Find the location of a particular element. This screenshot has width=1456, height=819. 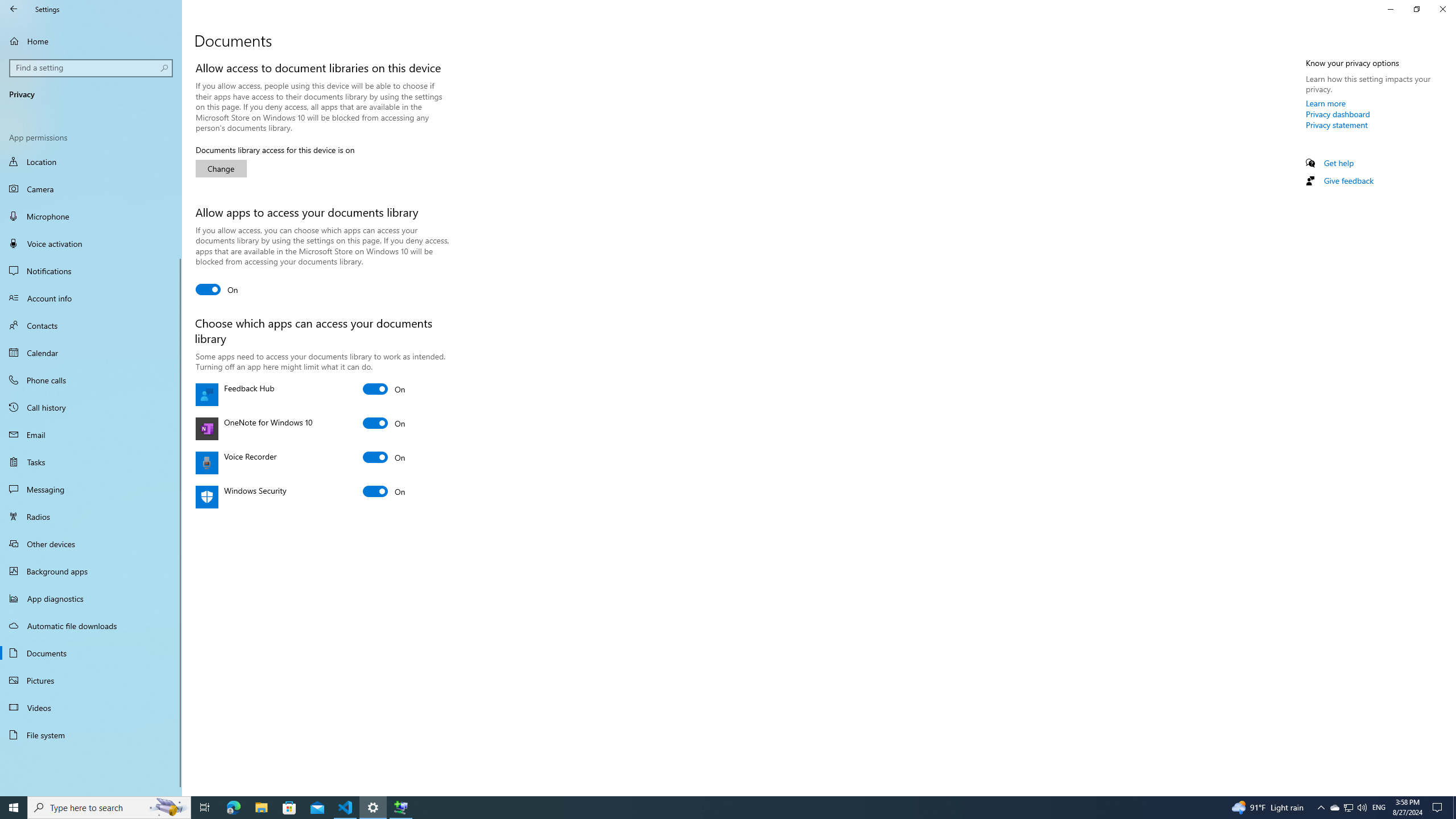

'Allow apps to access your documents library' is located at coordinates (216, 289).